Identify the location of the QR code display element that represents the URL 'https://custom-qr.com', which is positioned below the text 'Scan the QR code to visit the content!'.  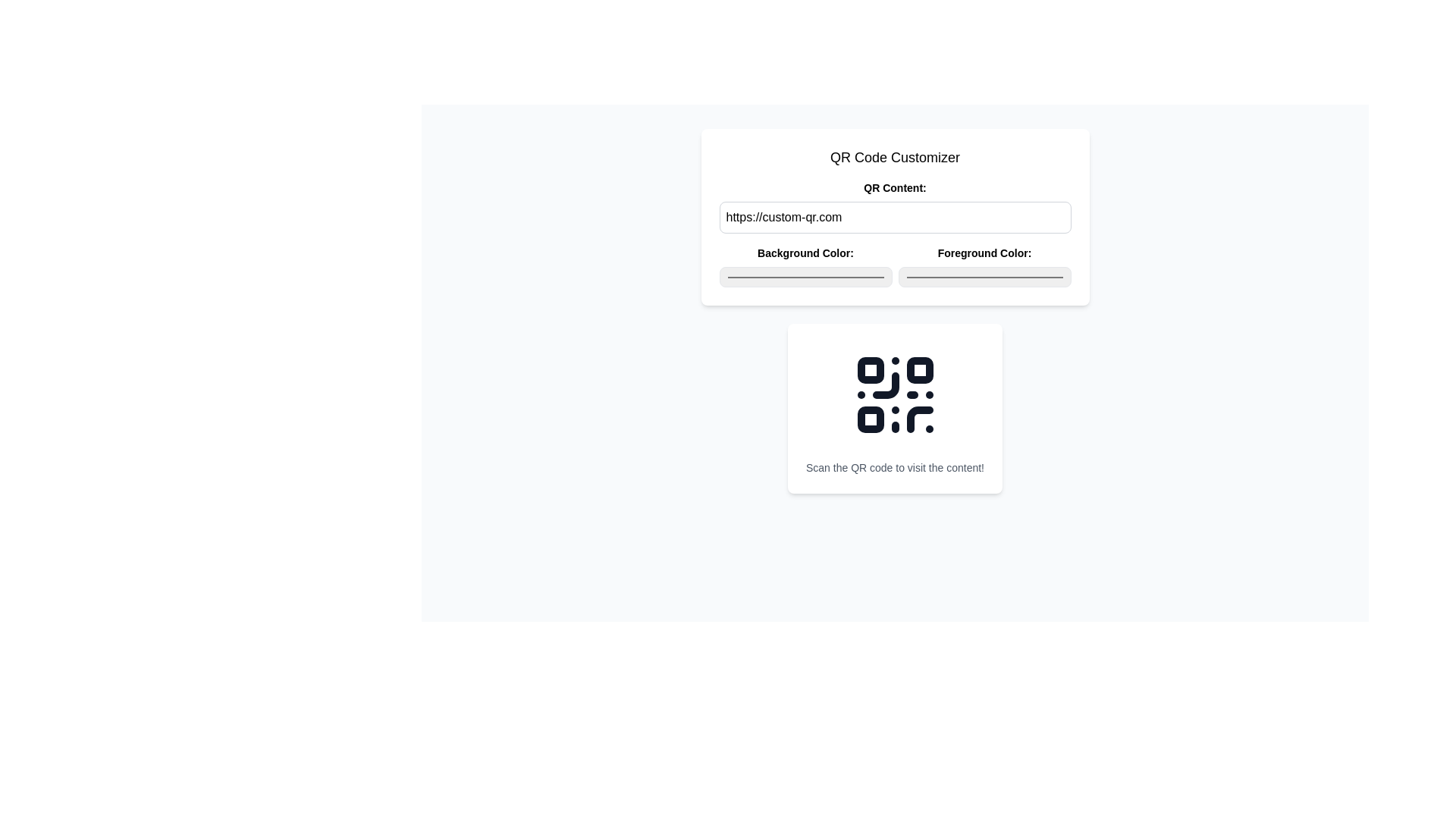
(895, 394).